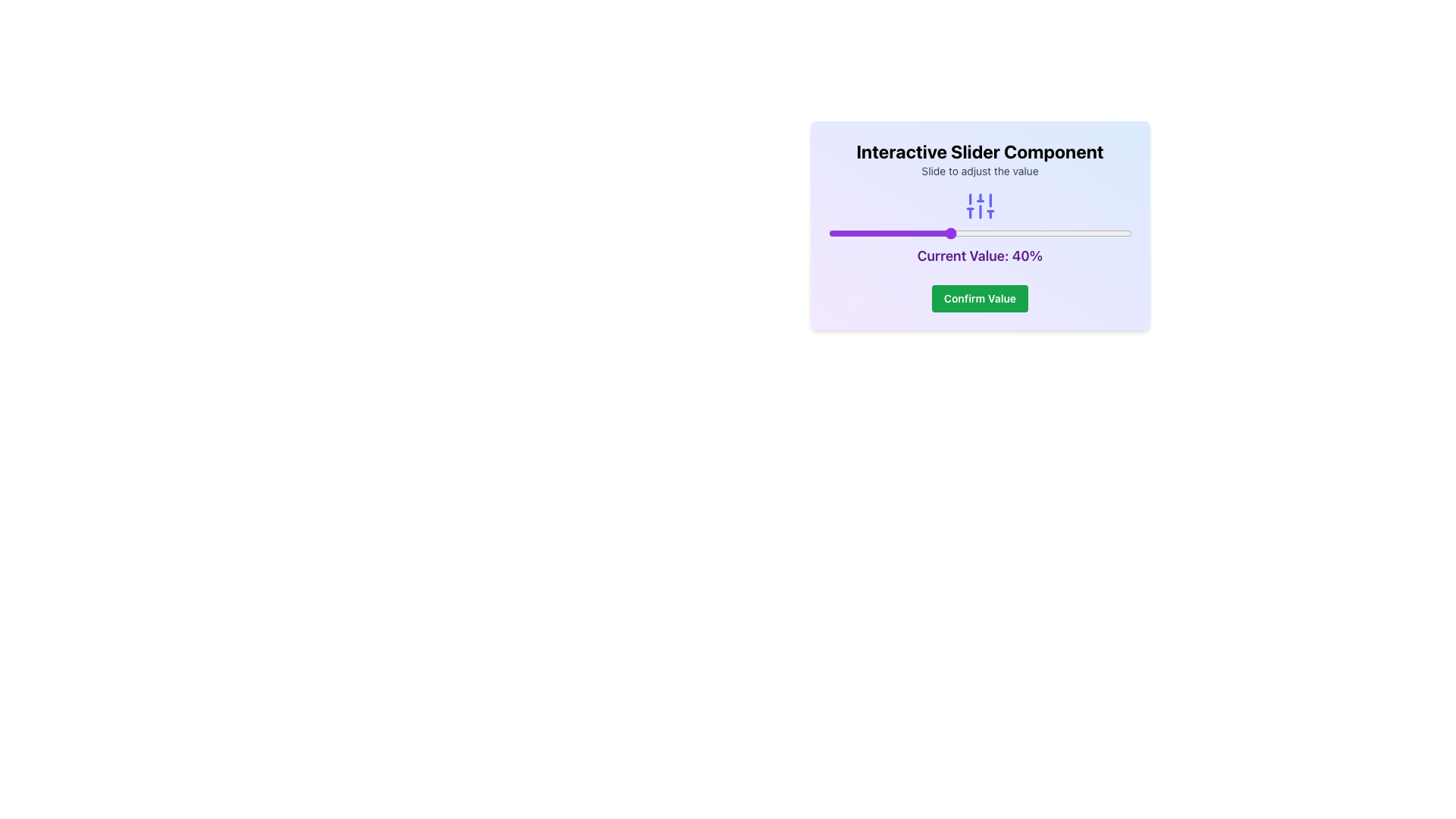 The image size is (1456, 819). Describe the element at coordinates (852, 234) in the screenshot. I see `the slider` at that location.